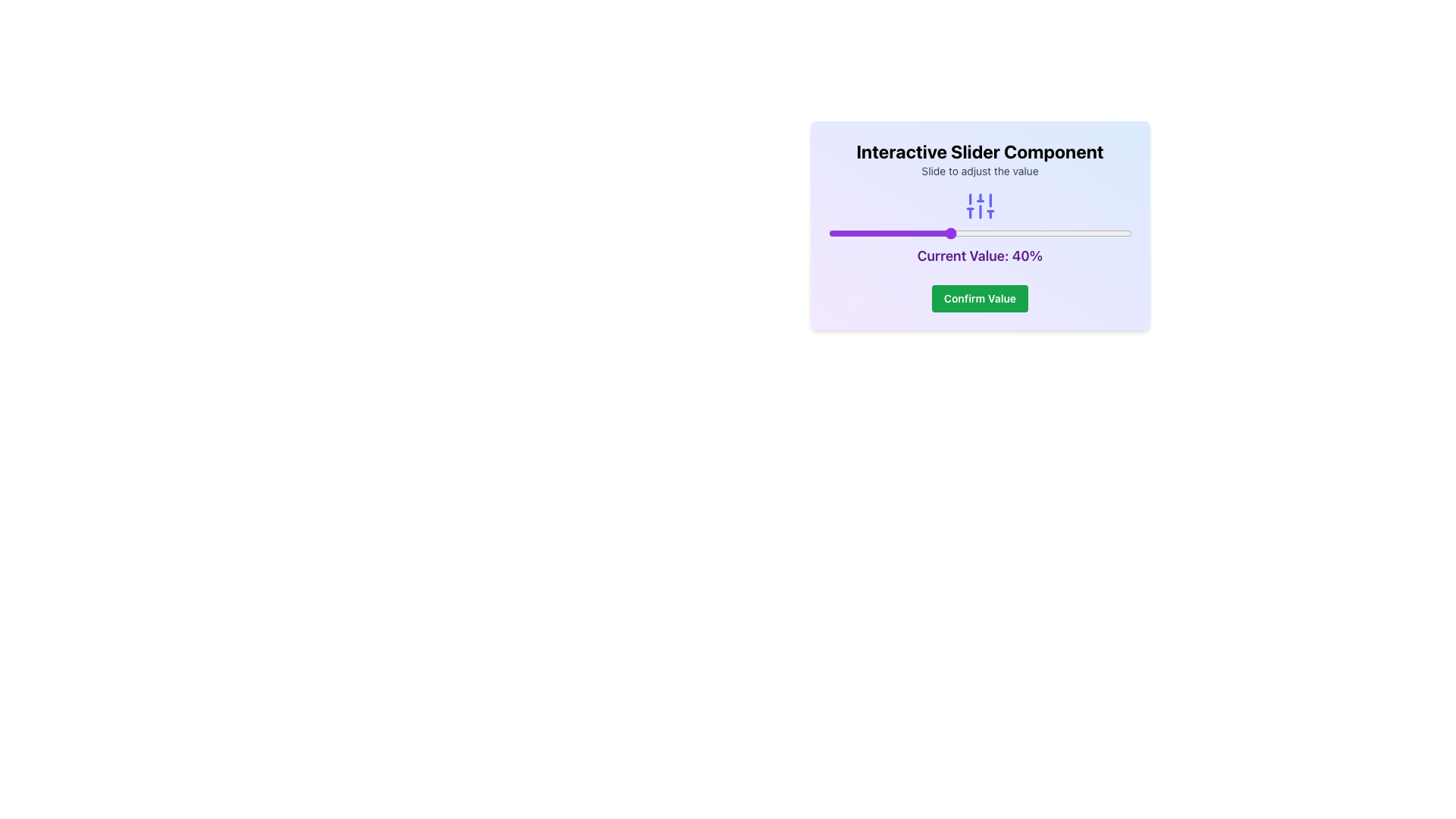 The image size is (1456, 819). Describe the element at coordinates (852, 234) in the screenshot. I see `the slider` at that location.